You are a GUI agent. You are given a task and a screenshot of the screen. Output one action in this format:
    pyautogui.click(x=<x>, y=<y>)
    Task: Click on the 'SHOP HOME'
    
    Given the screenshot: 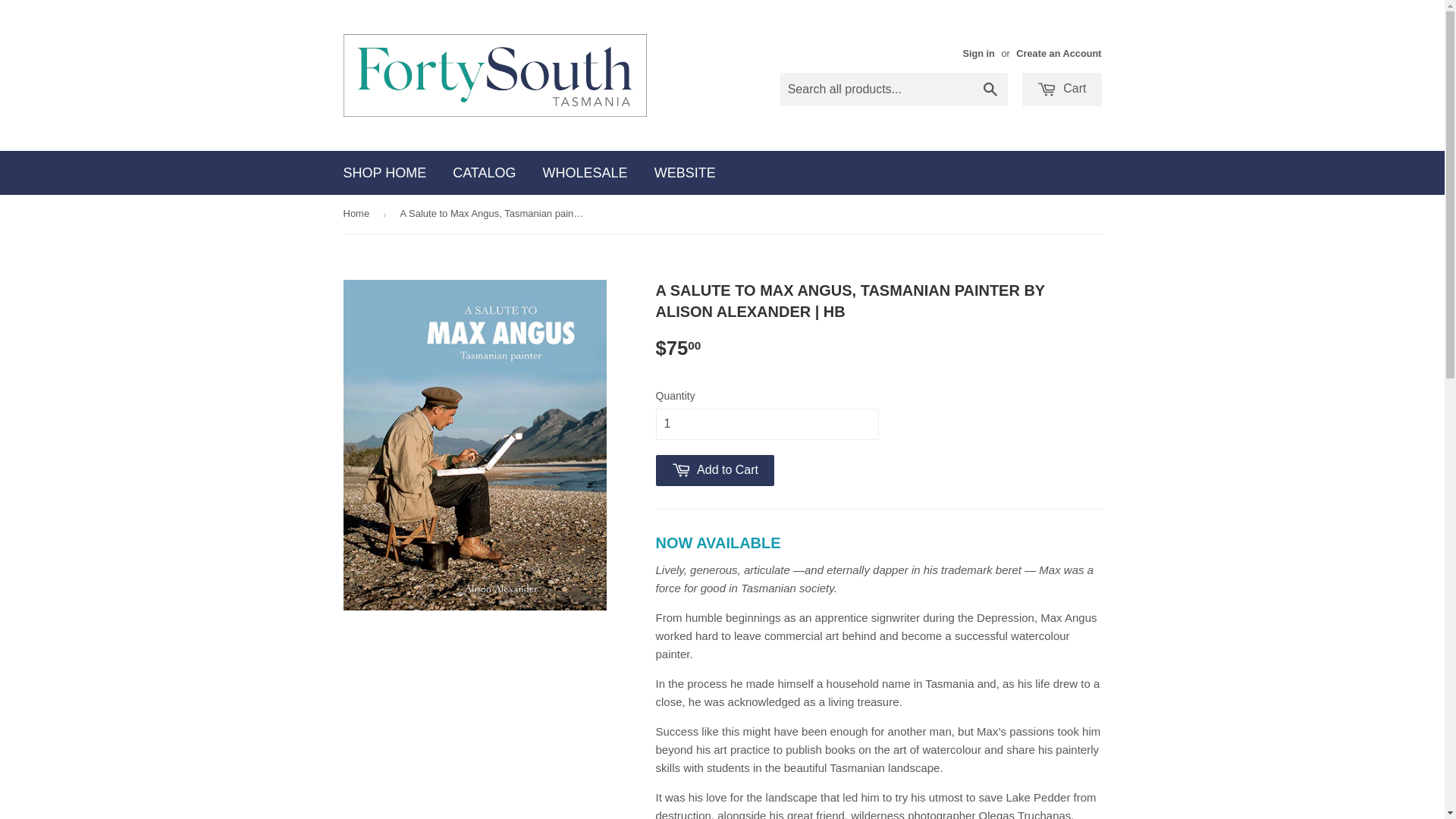 What is the action you would take?
    pyautogui.click(x=385, y=171)
    